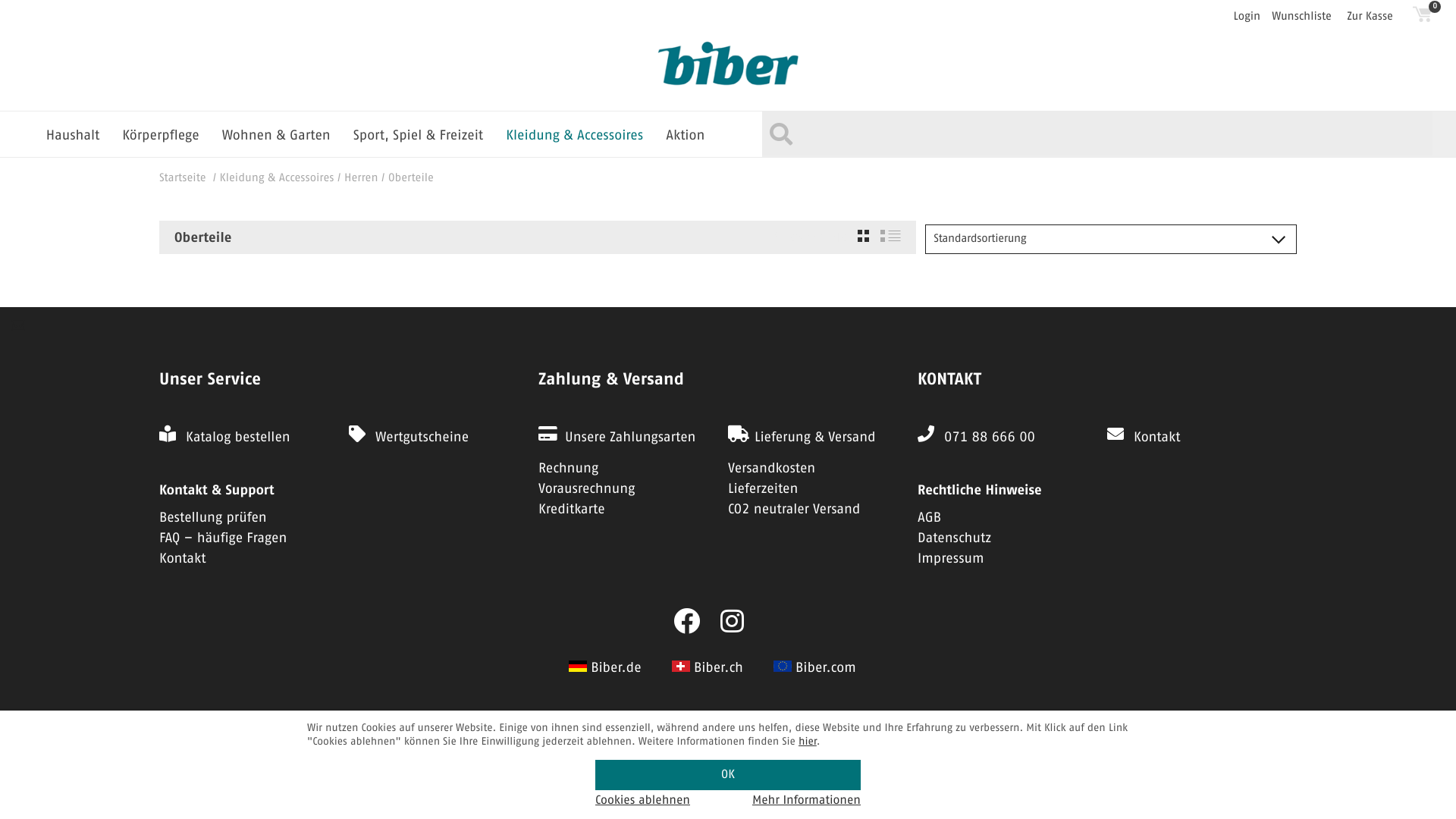  Describe the element at coordinates (1306, 17) in the screenshot. I see `'Wunschliste'` at that location.